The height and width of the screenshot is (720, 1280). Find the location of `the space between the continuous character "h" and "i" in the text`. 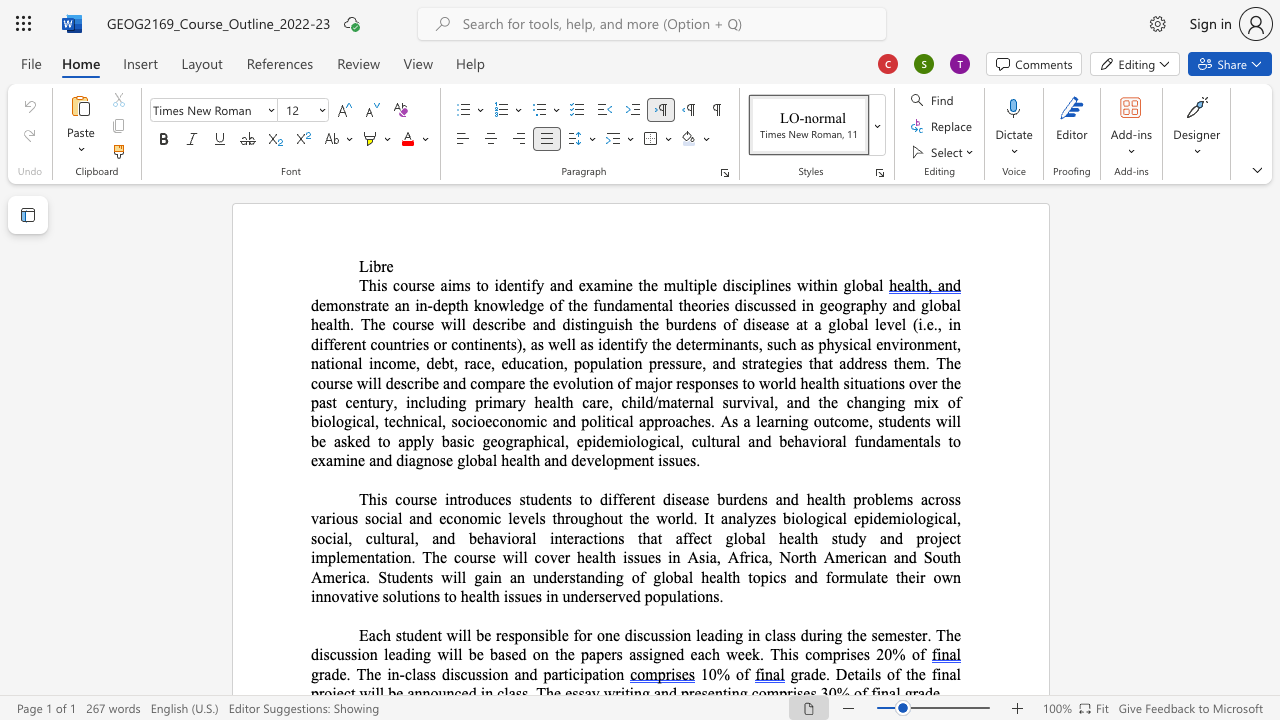

the space between the continuous character "h" and "i" in the text is located at coordinates (375, 285).